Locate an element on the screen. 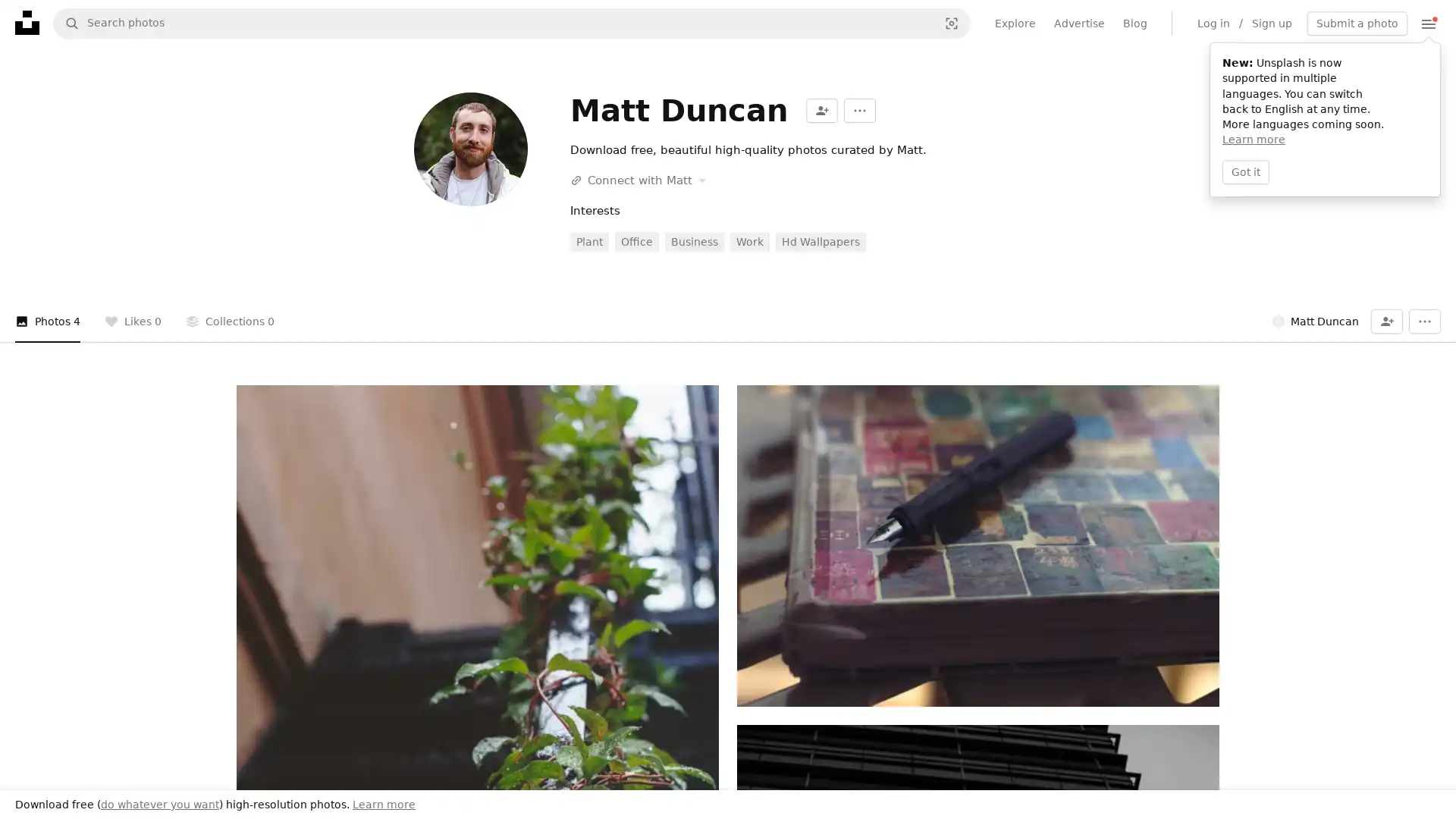 This screenshot has width=1456, height=819. Search Unsplash is located at coordinates (65, 23).